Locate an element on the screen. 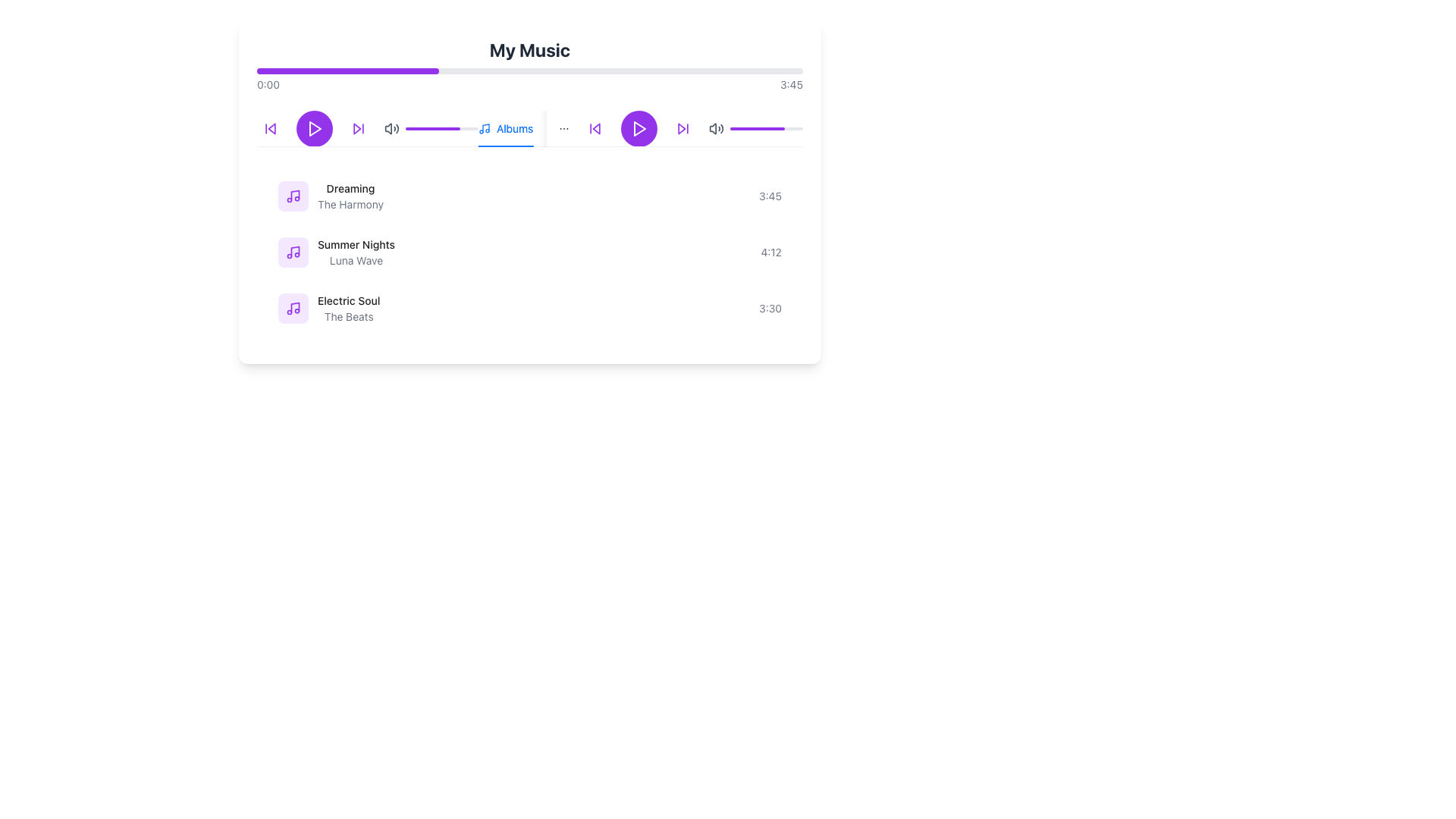 The image size is (1456, 819). playback position is located at coordinates (422, 127).